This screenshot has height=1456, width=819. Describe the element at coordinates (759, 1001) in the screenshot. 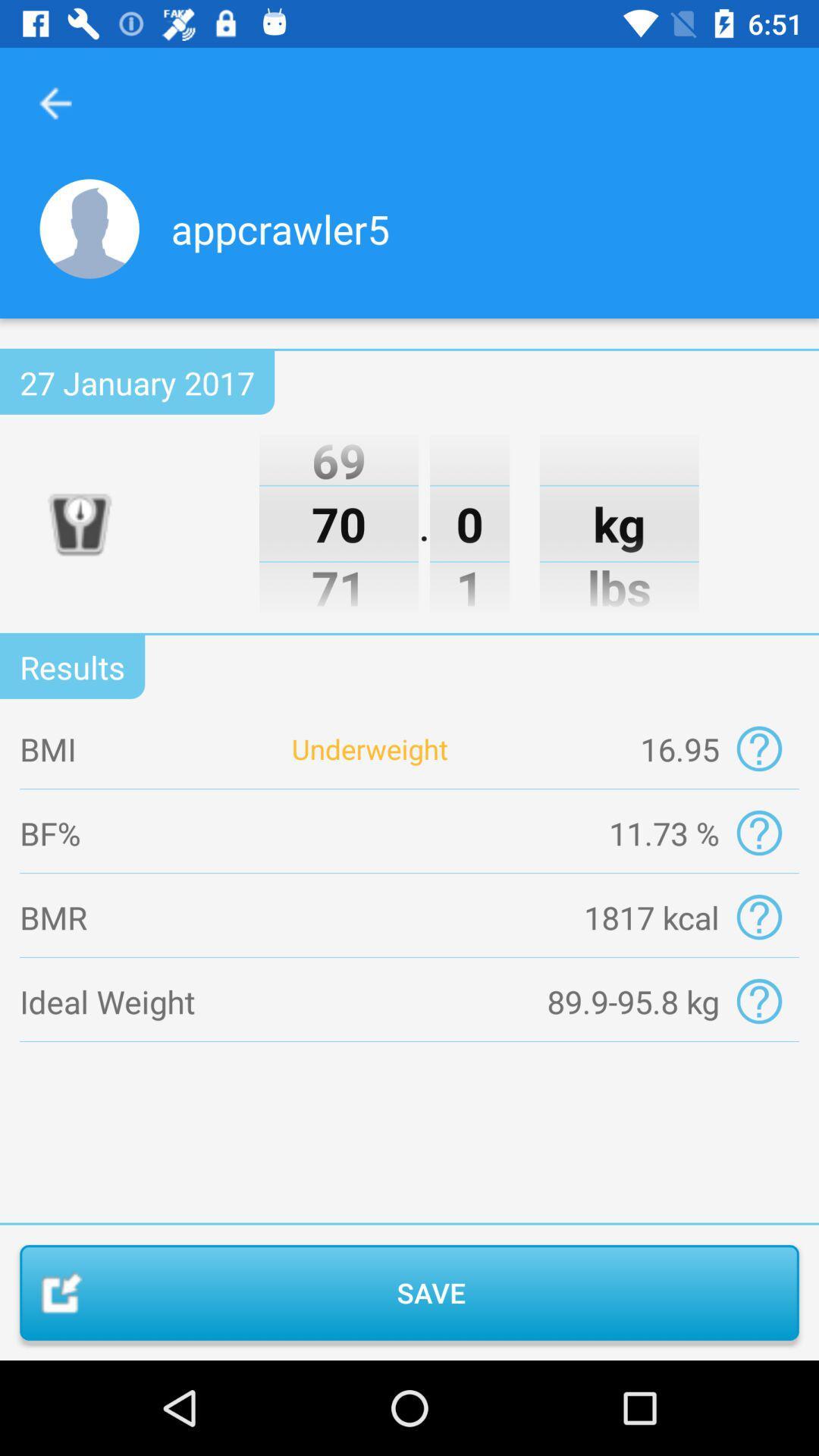

I see `the help icon` at that location.